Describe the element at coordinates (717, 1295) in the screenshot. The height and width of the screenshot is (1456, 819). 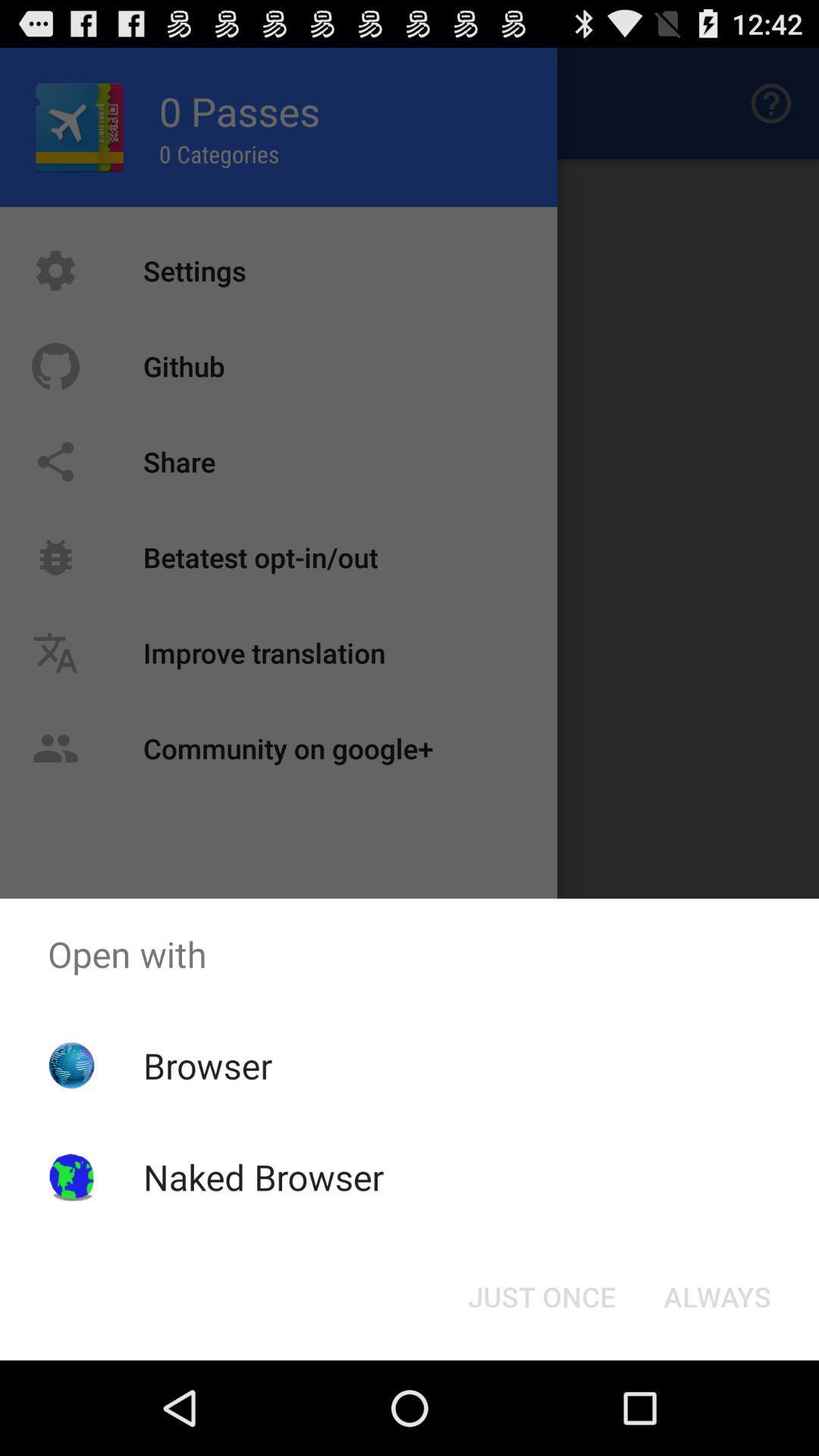
I see `the item to the right of just once button` at that location.